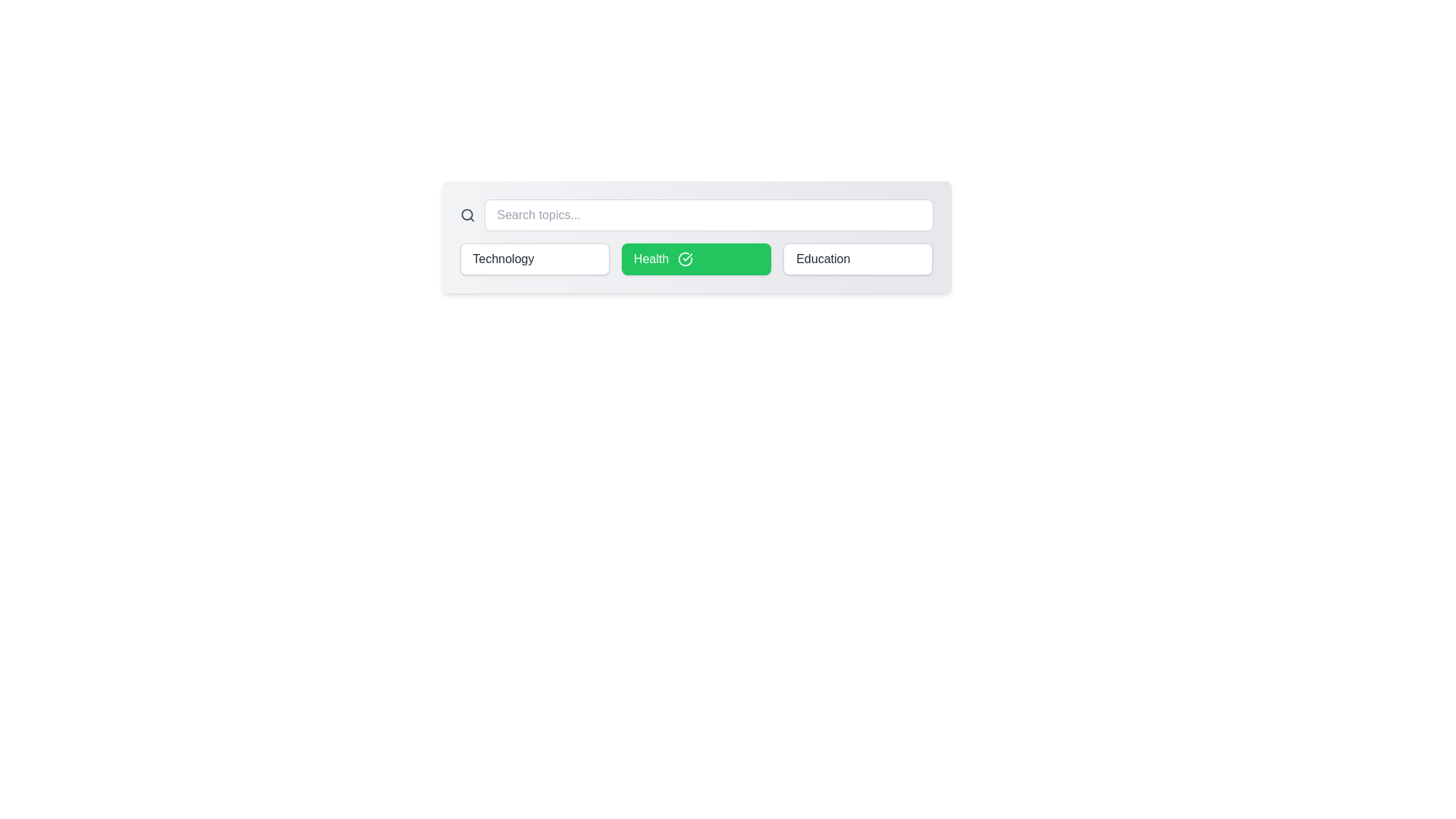 This screenshot has height=819, width=1456. Describe the element at coordinates (535, 259) in the screenshot. I see `the chip labeled Technology to see its hover effect` at that location.